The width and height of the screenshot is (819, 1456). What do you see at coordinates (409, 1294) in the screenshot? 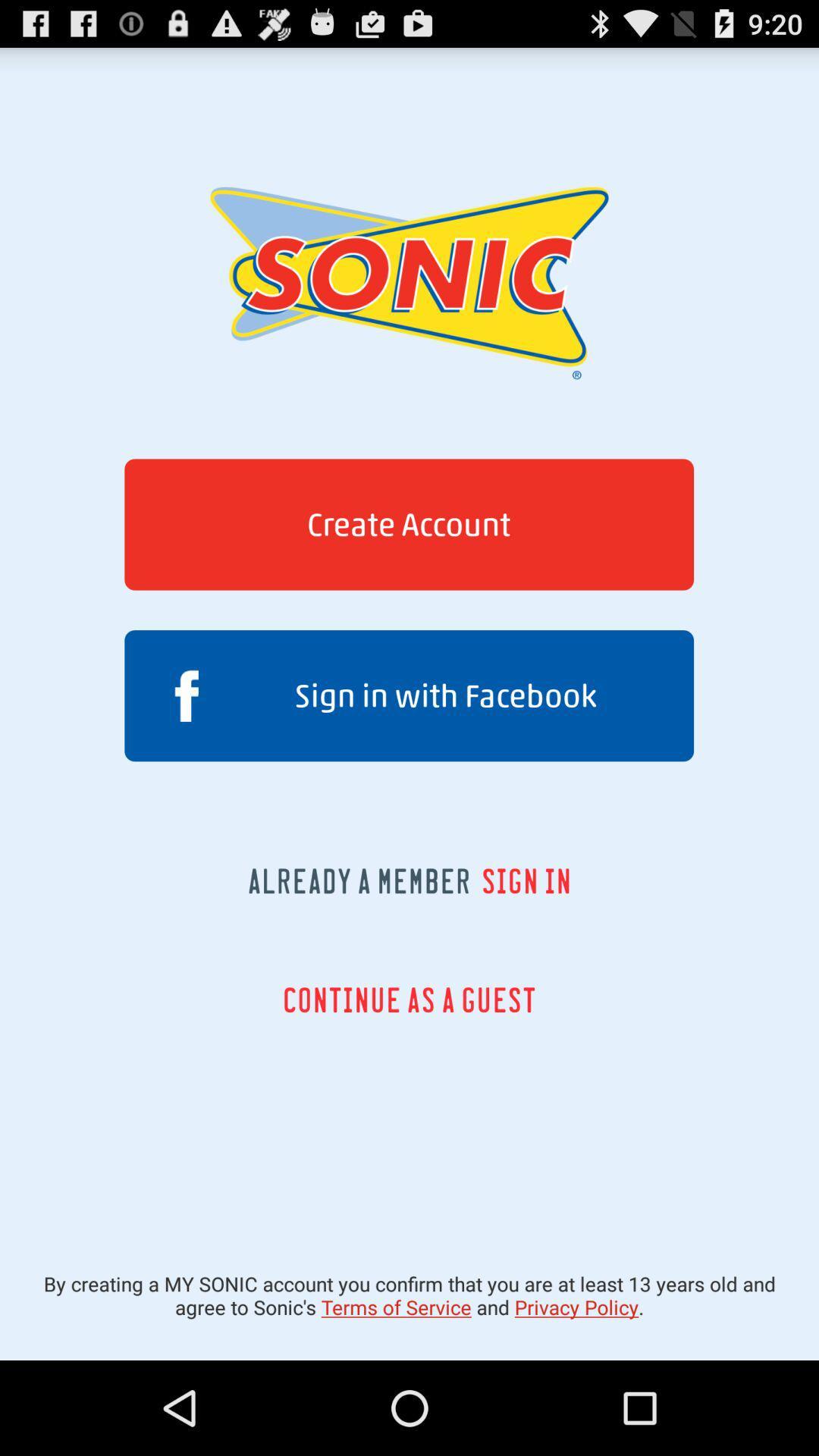
I see `icon below continue as a item` at bounding box center [409, 1294].